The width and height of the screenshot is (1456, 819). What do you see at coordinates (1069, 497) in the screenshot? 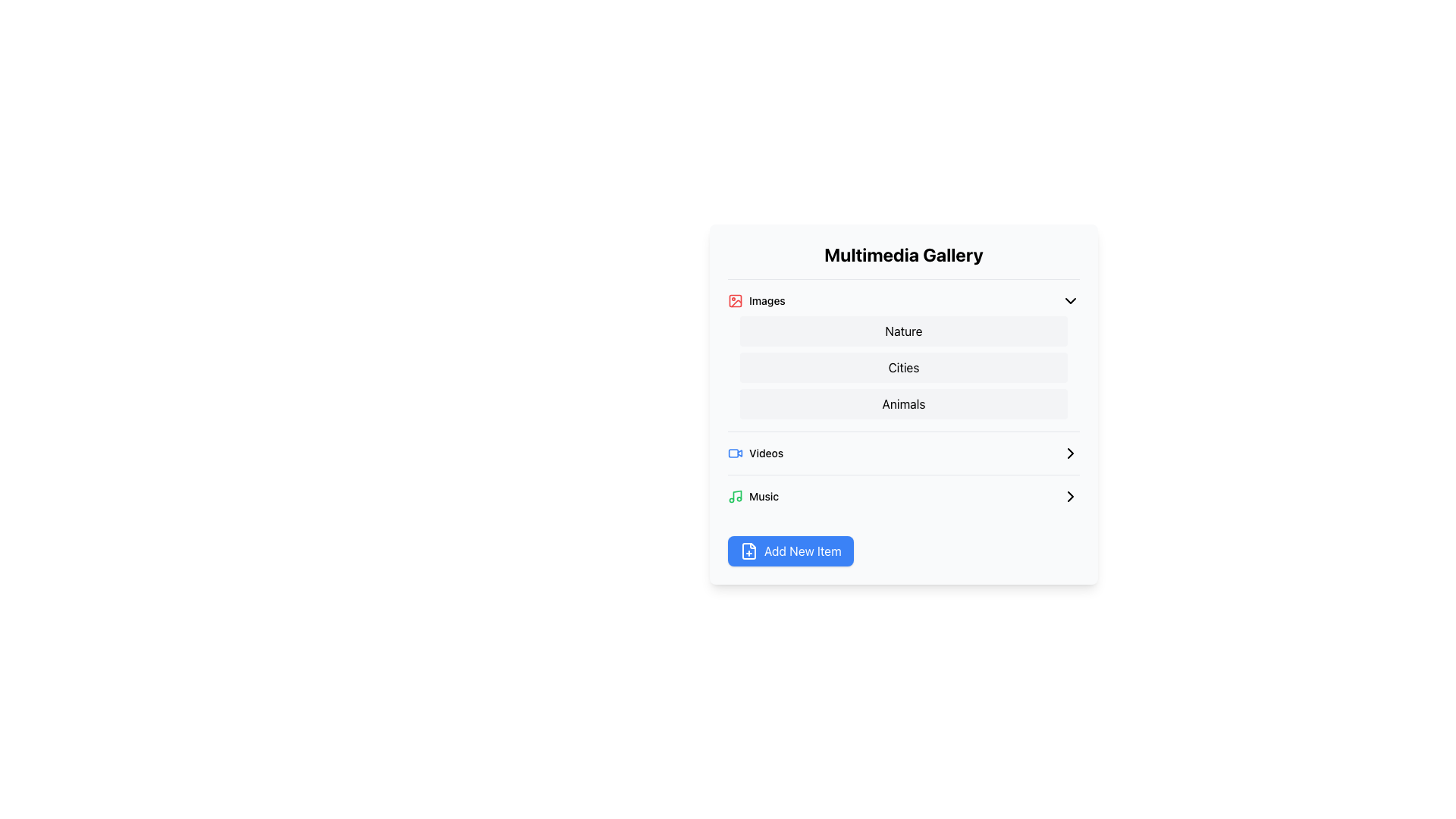
I see `the rightward-facing arrow icon located at the rightmost side of the 'Music' row` at bounding box center [1069, 497].